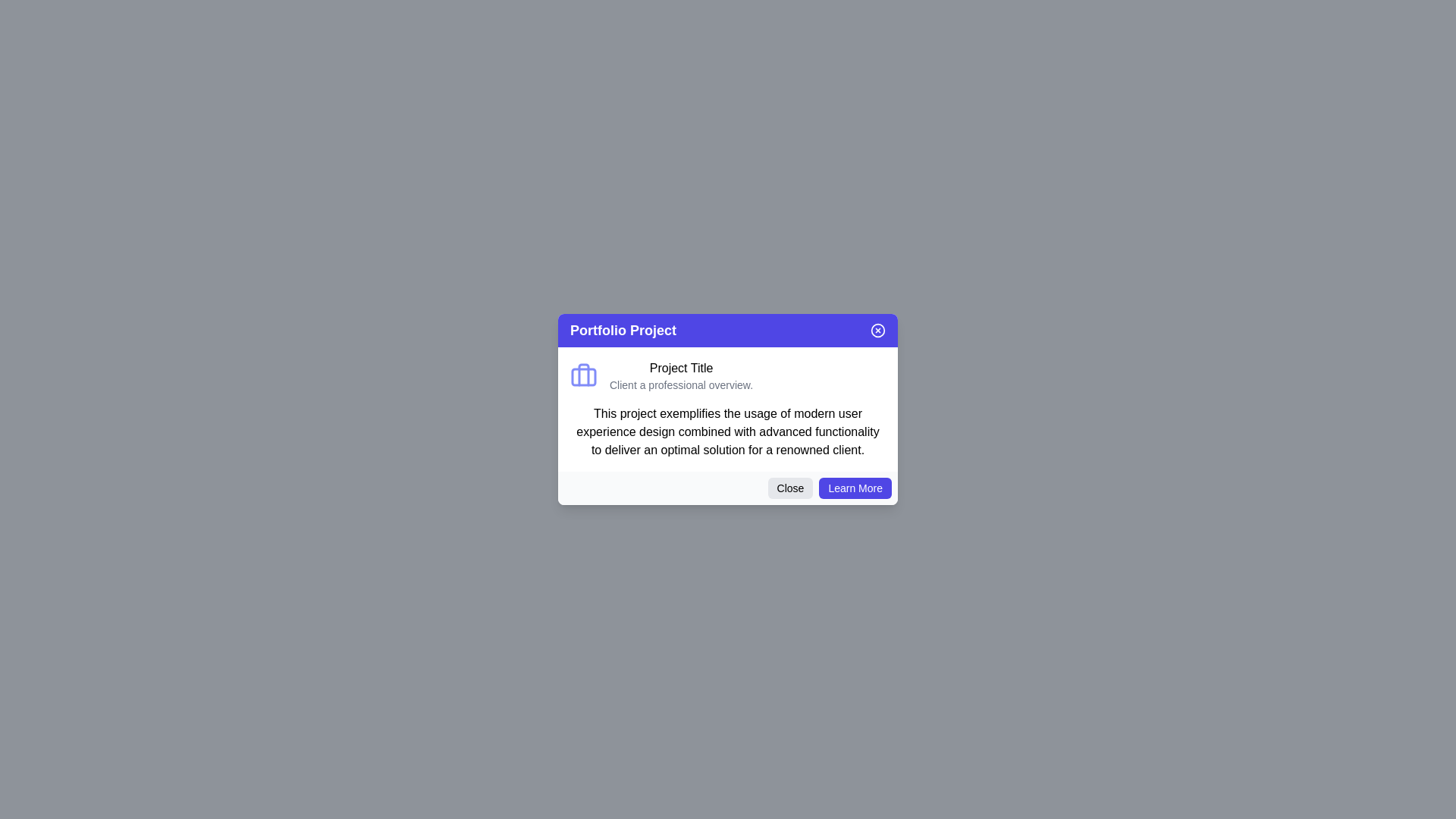  I want to click on the rectangular shape with rounded corners located inside the indigo briefcase icon at the specified coordinates, so click(582, 376).